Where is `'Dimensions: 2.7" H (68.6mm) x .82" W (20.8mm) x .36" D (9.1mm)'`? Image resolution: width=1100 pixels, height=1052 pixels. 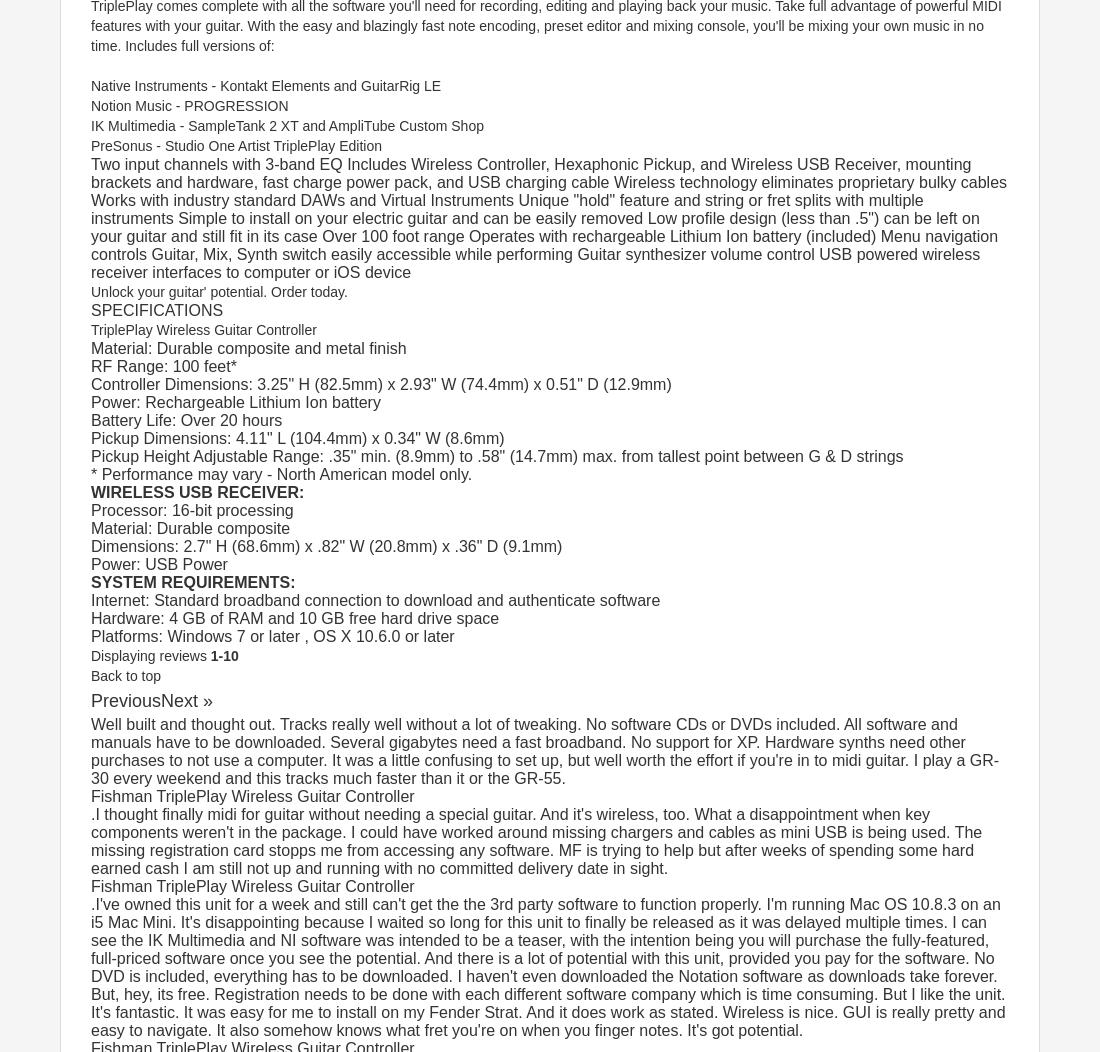
'Dimensions: 2.7" H (68.6mm) x .82" W (20.8mm) x .36" D (9.1mm)' is located at coordinates (325, 546).